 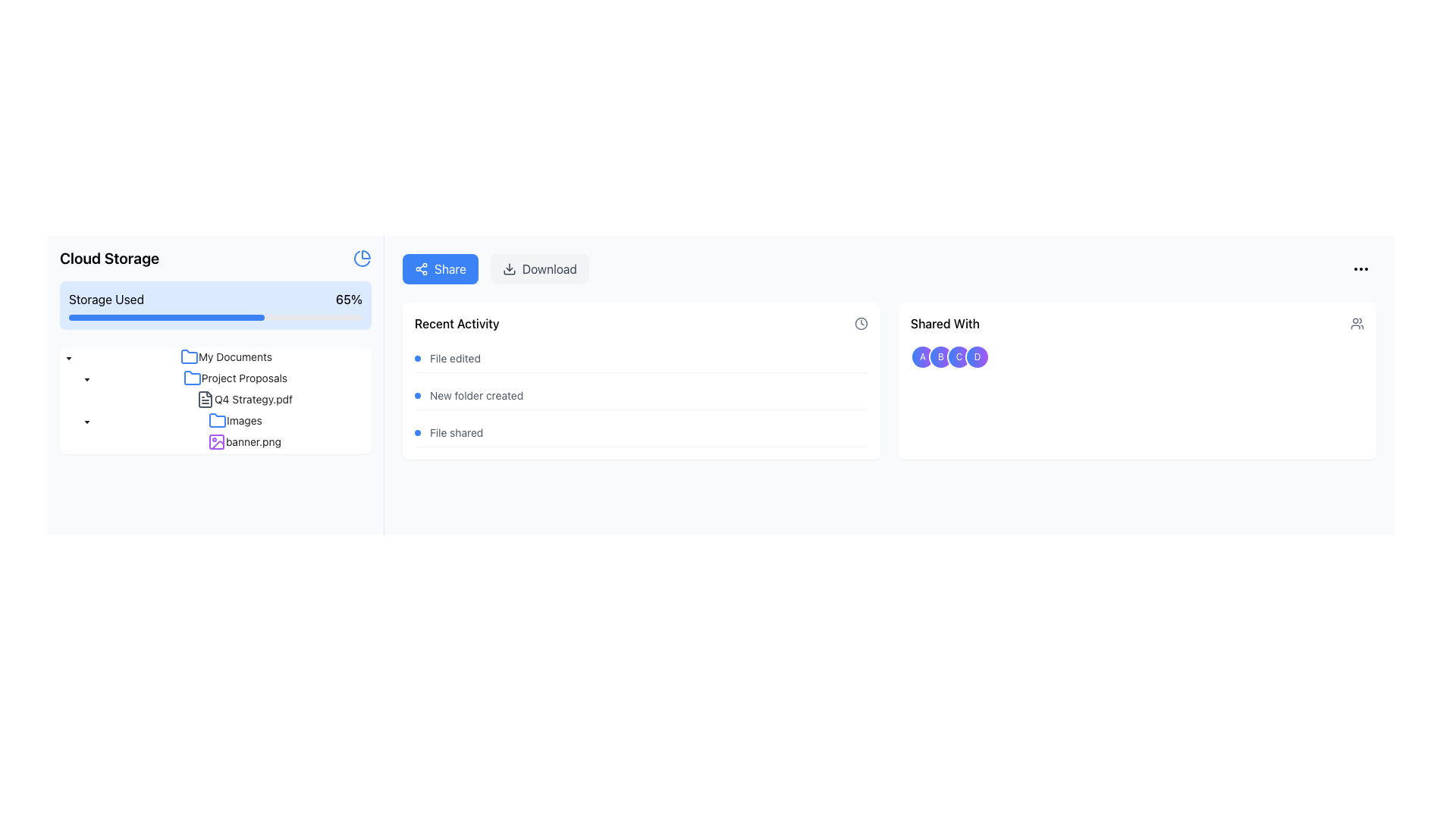 What do you see at coordinates (215, 421) in the screenshot?
I see `the folder icon labeled 'Images'` at bounding box center [215, 421].